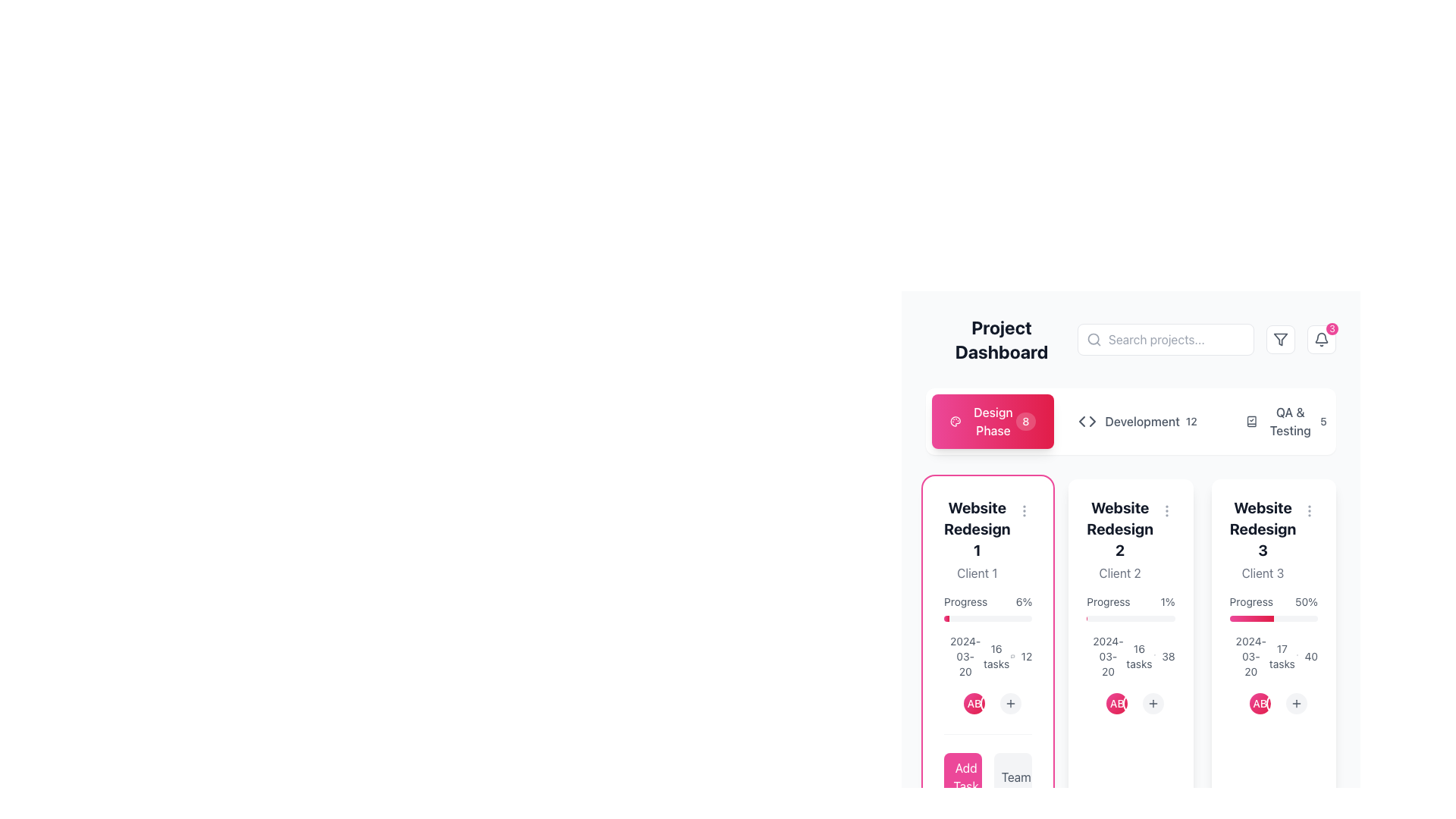 This screenshot has height=819, width=1456. What do you see at coordinates (1277, 704) in the screenshot?
I see `the Avatar icon` at bounding box center [1277, 704].